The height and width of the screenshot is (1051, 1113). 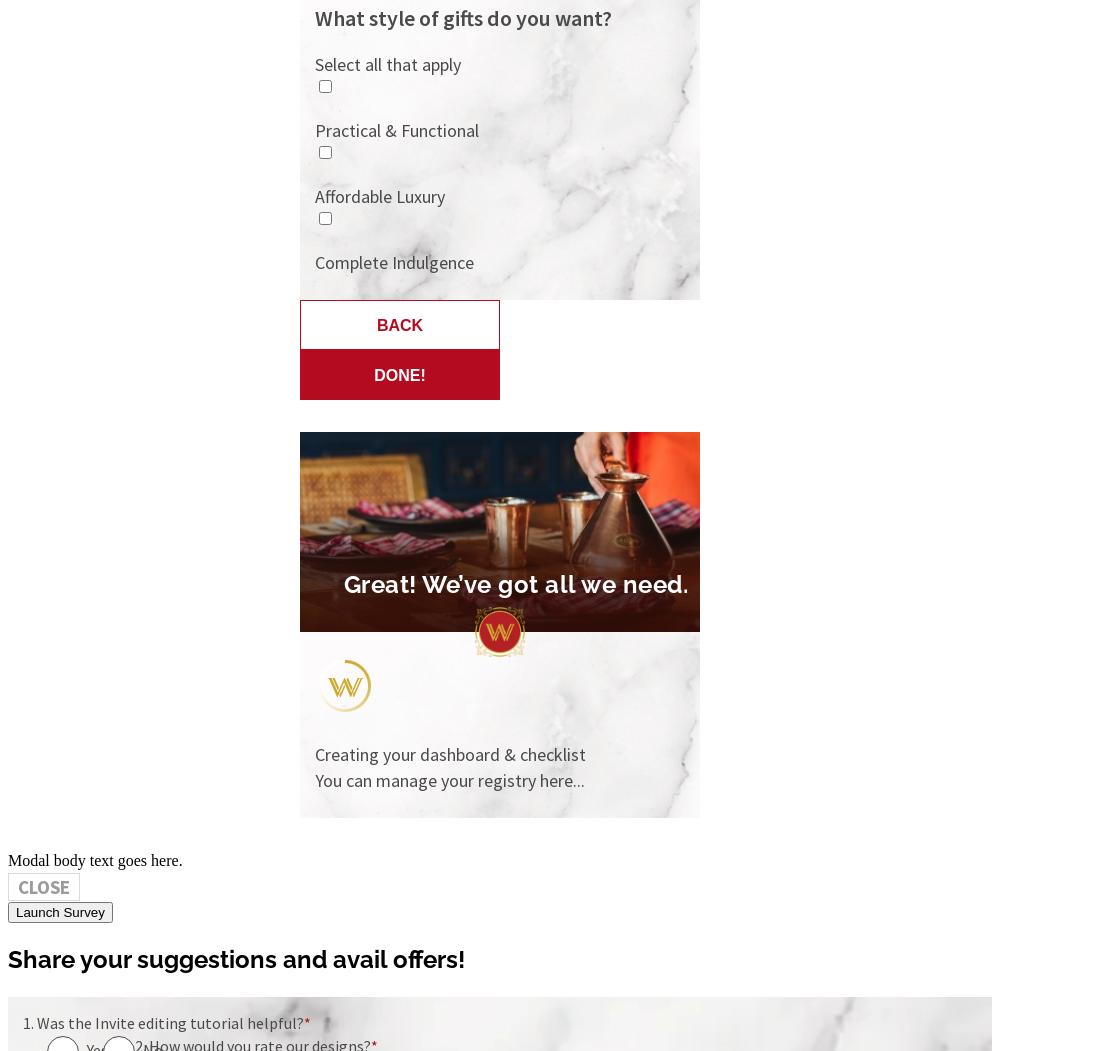 I want to click on 'Back', so click(x=398, y=325).